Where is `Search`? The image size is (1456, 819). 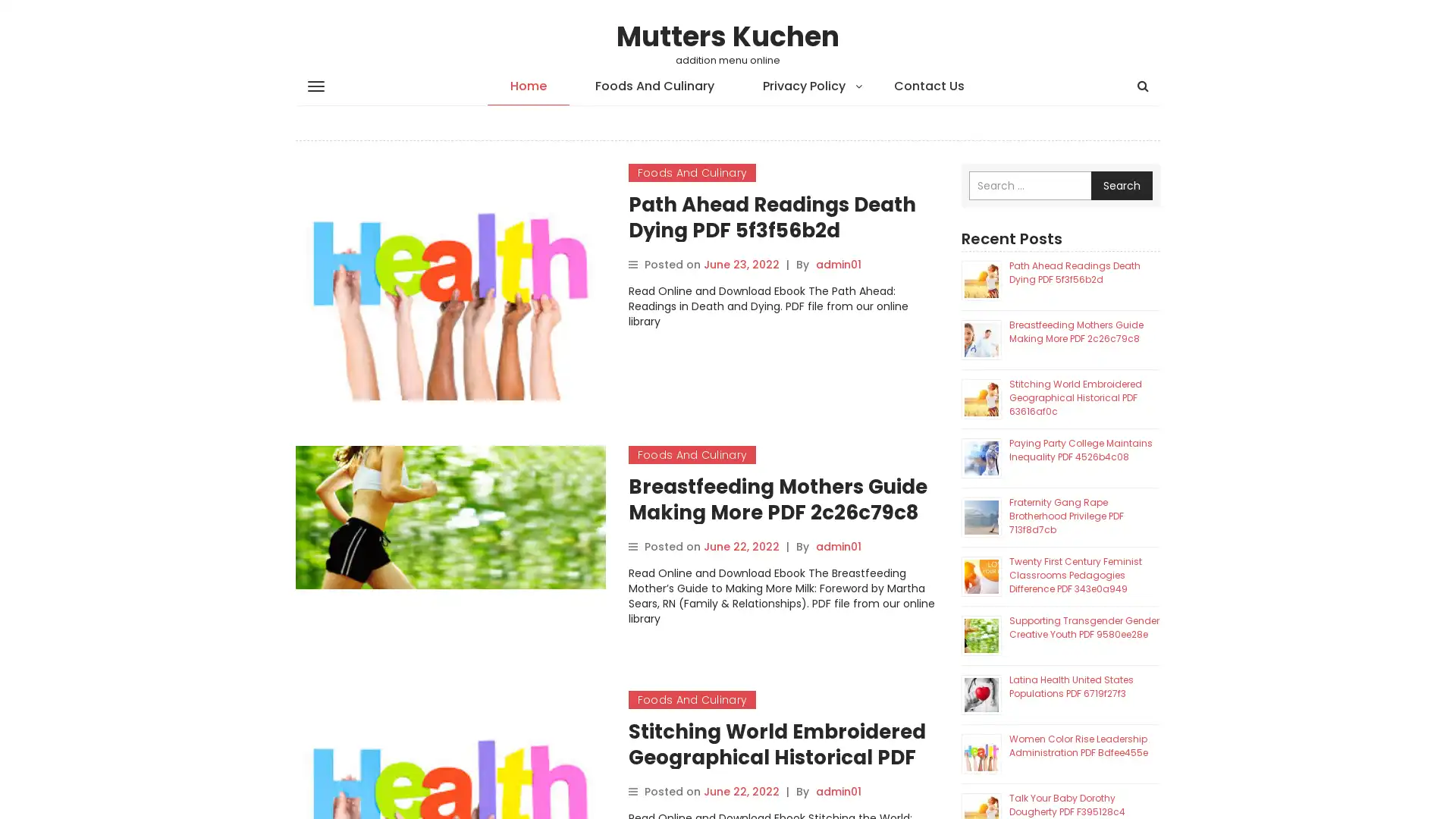 Search is located at coordinates (1122, 185).